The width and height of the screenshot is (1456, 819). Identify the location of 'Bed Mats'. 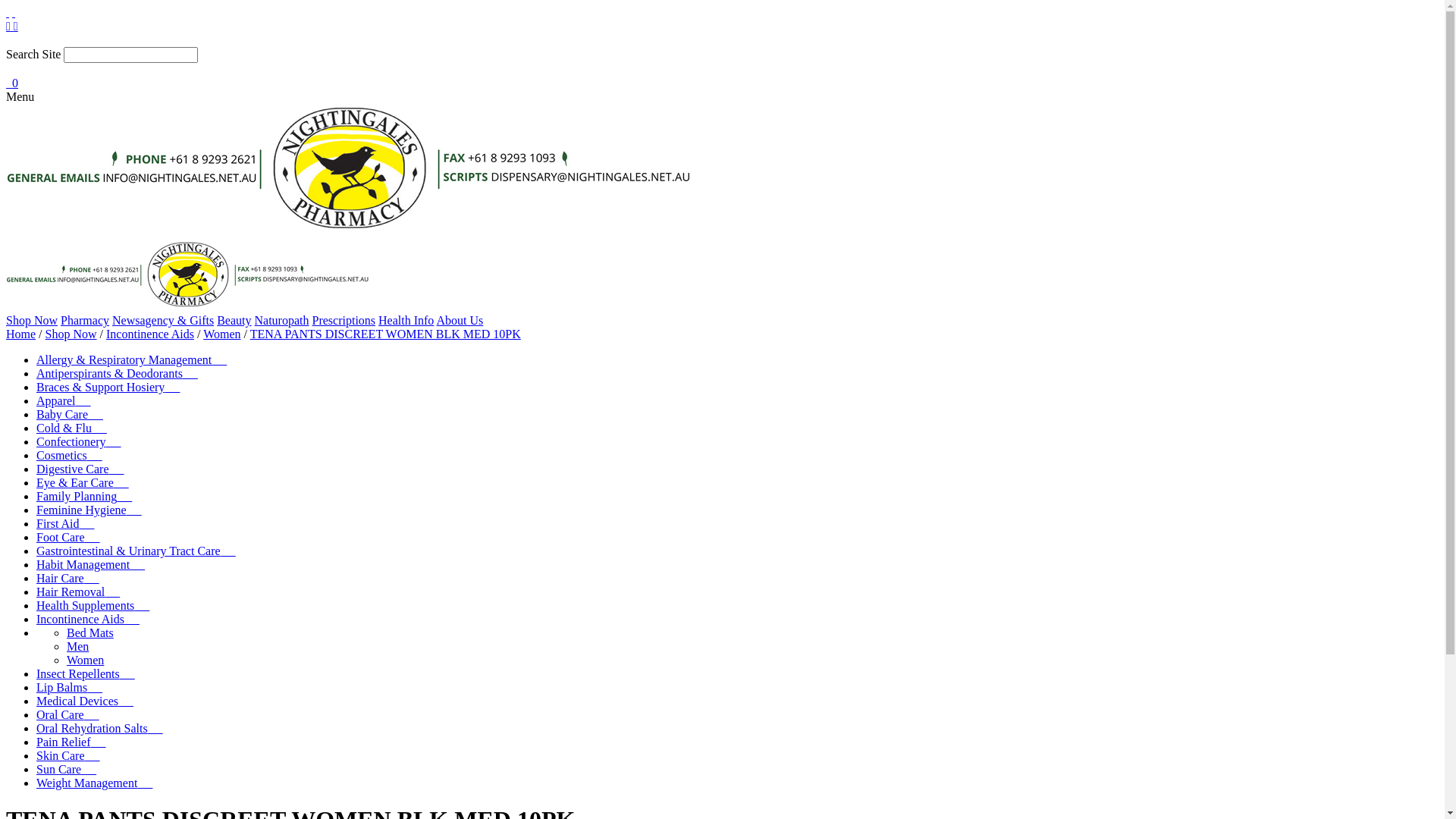
(89, 632).